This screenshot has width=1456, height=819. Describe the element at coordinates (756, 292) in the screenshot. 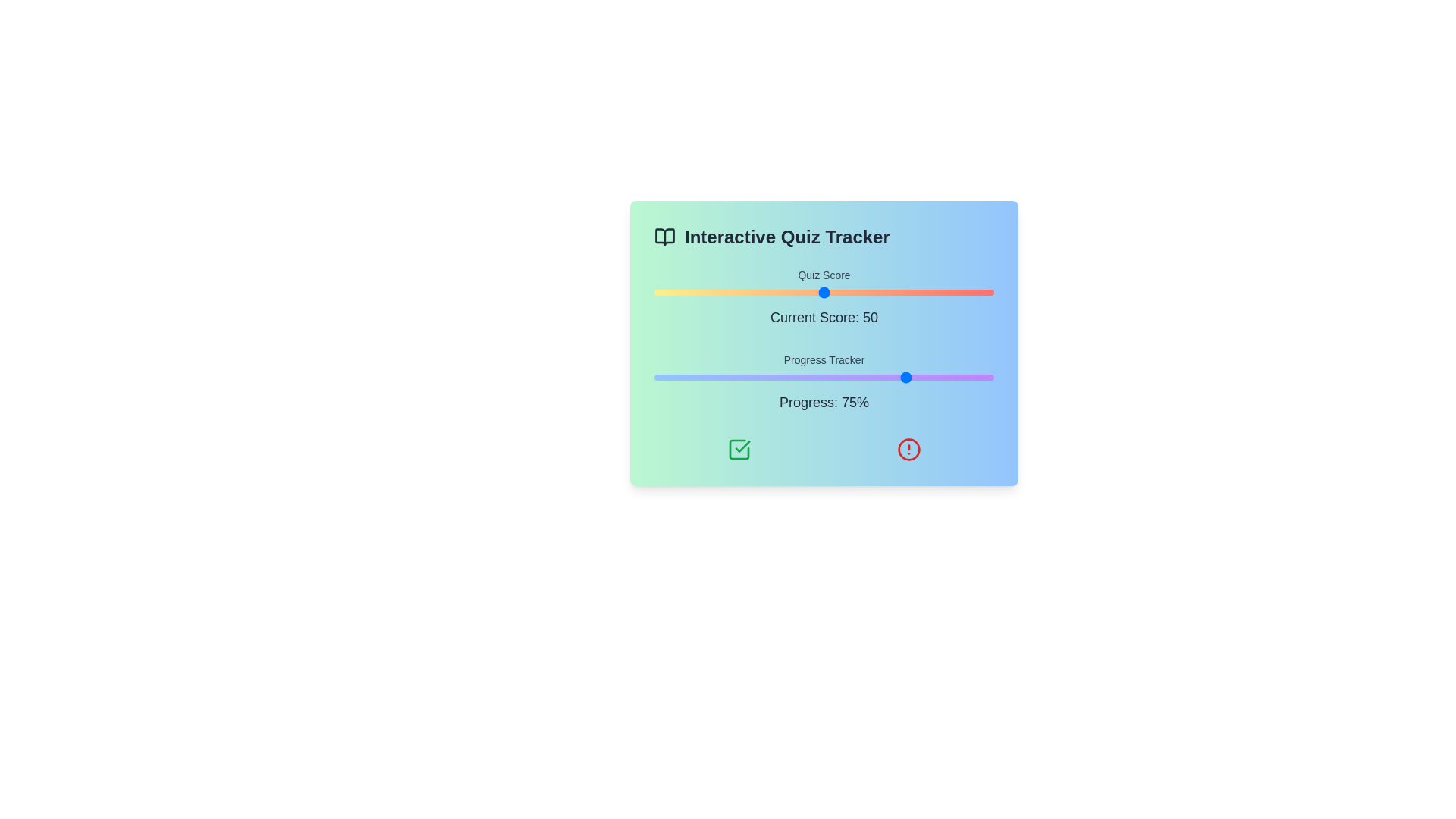

I see `the quiz score slider to set the score to 30` at that location.